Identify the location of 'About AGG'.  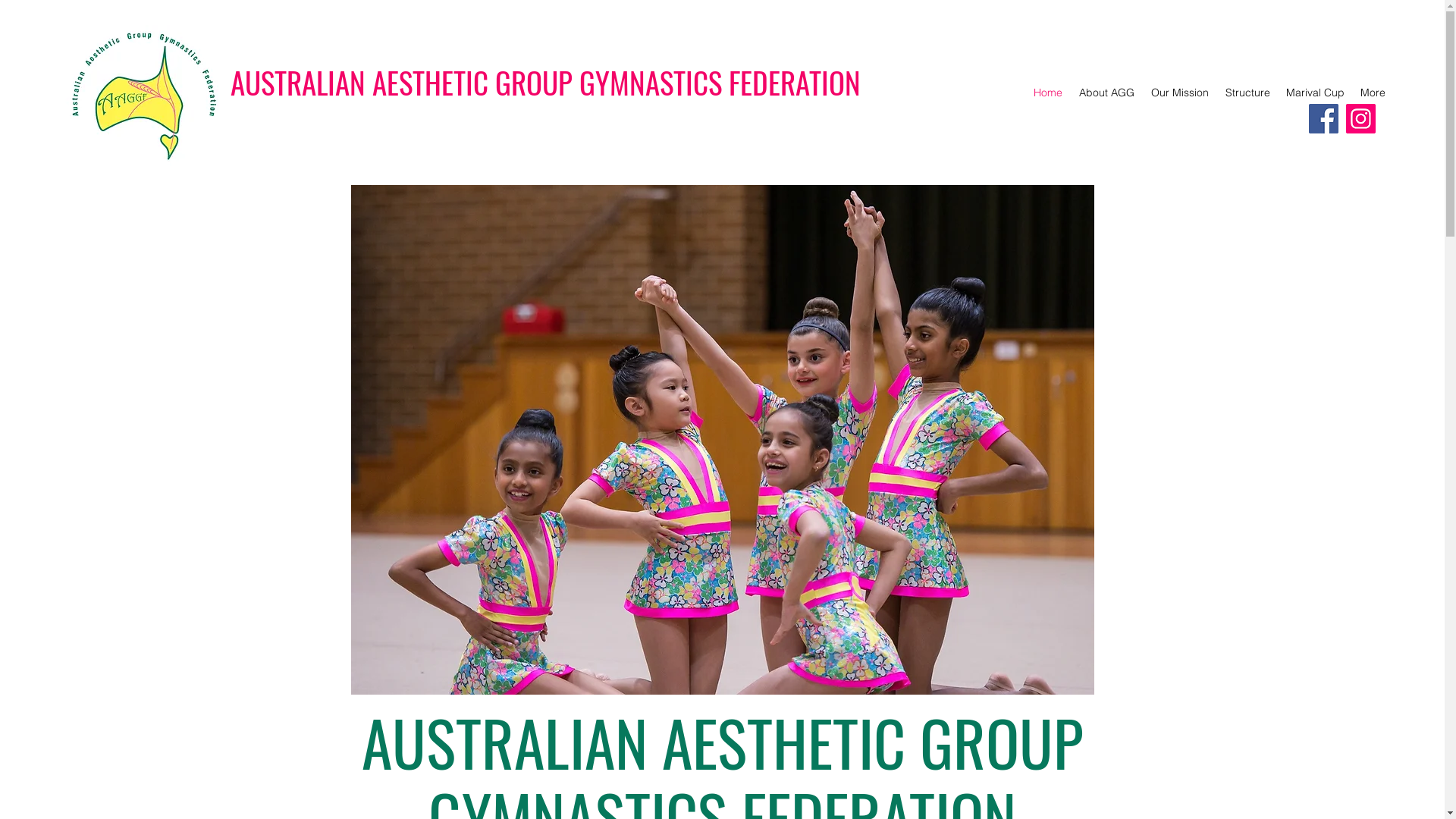
(1106, 93).